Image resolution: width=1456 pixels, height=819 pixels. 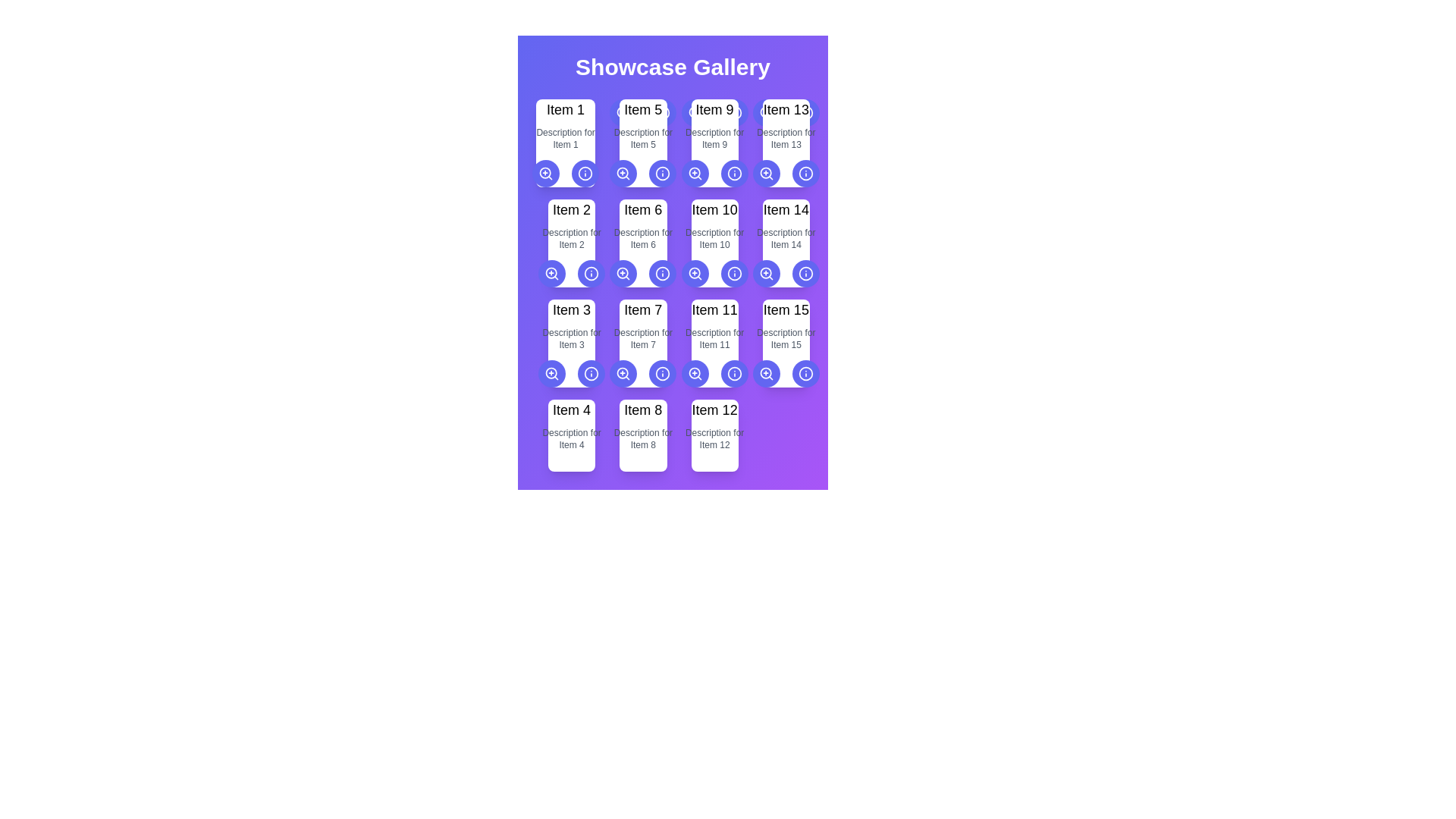 I want to click on the left button of the group of buttons located below the heading 'Item 9' to zoom in, so click(x=714, y=112).